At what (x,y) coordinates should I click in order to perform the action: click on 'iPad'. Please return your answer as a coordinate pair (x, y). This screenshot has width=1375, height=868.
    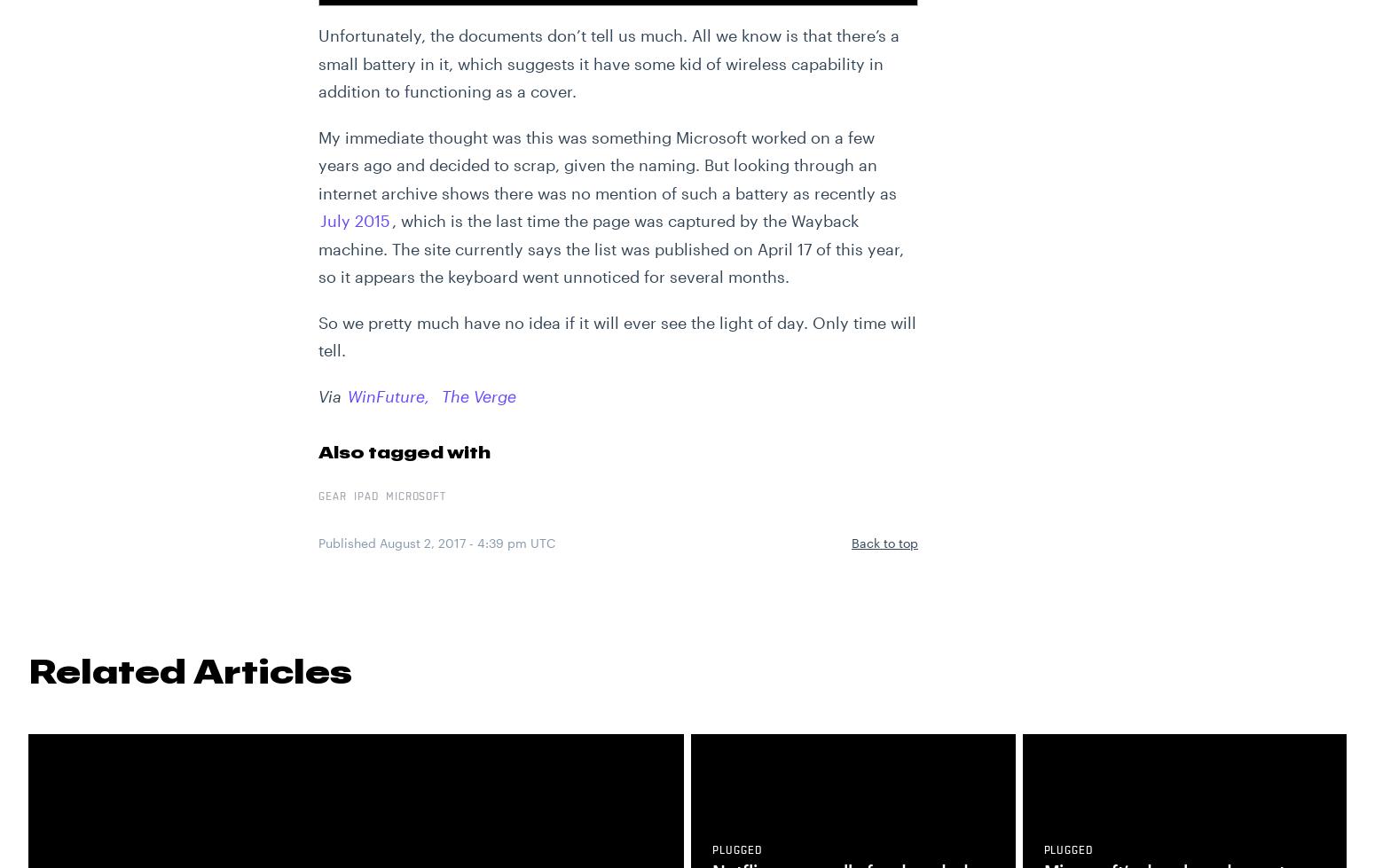
    Looking at the image, I should click on (365, 496).